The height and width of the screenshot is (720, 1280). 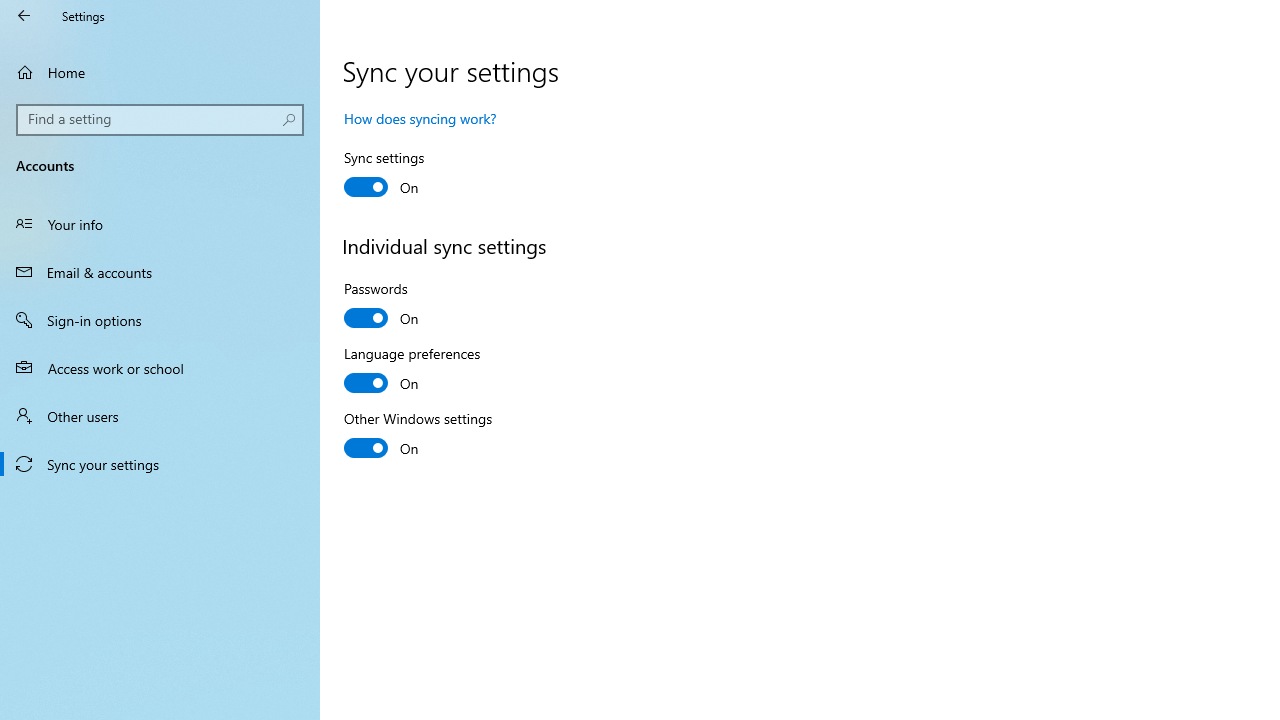 What do you see at coordinates (160, 71) in the screenshot?
I see `'Home'` at bounding box center [160, 71].